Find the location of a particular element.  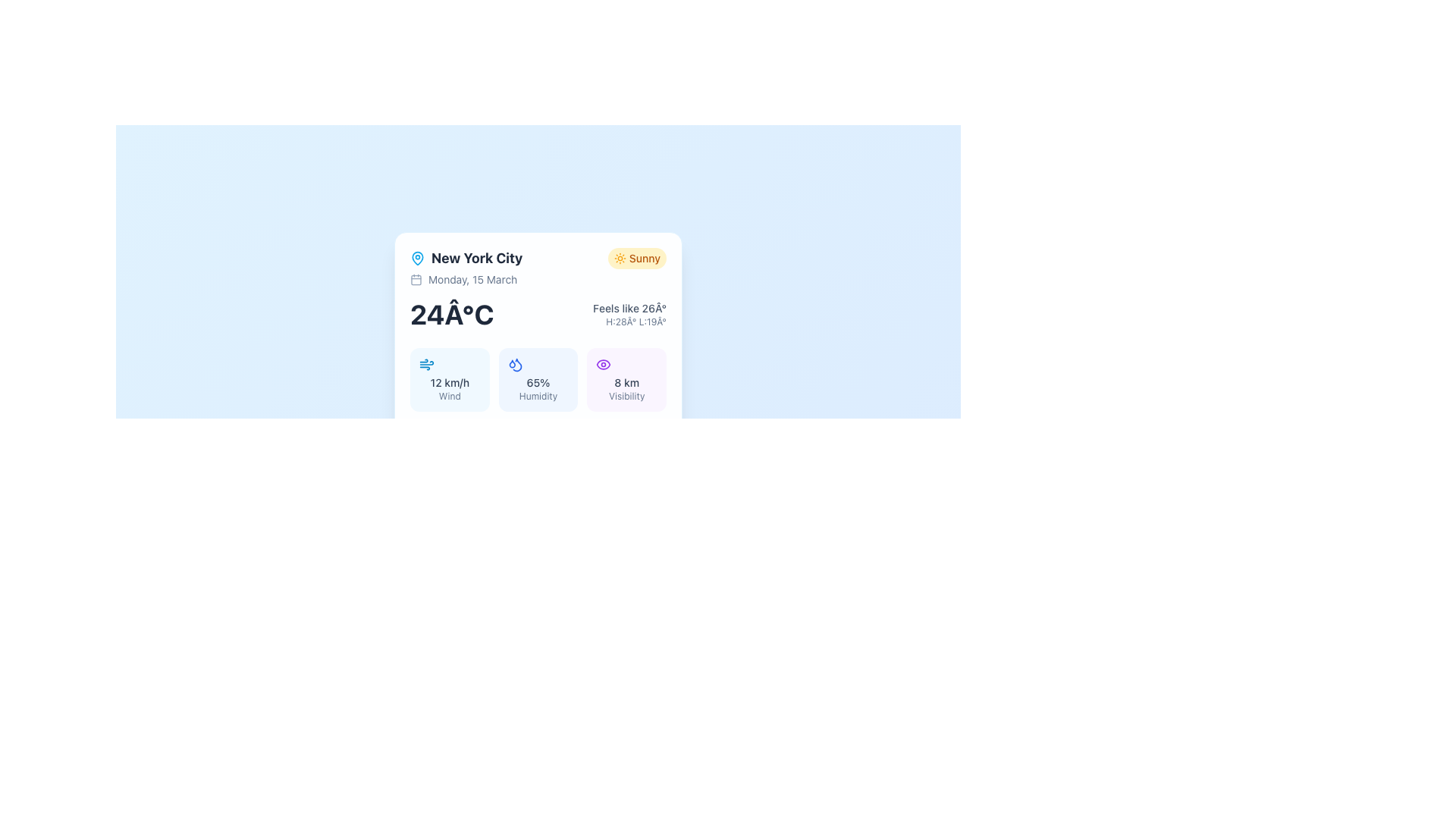

temperature information displayed in the text below 'Feels like 26°', located in the upper-right section of the weather card is located at coordinates (629, 321).